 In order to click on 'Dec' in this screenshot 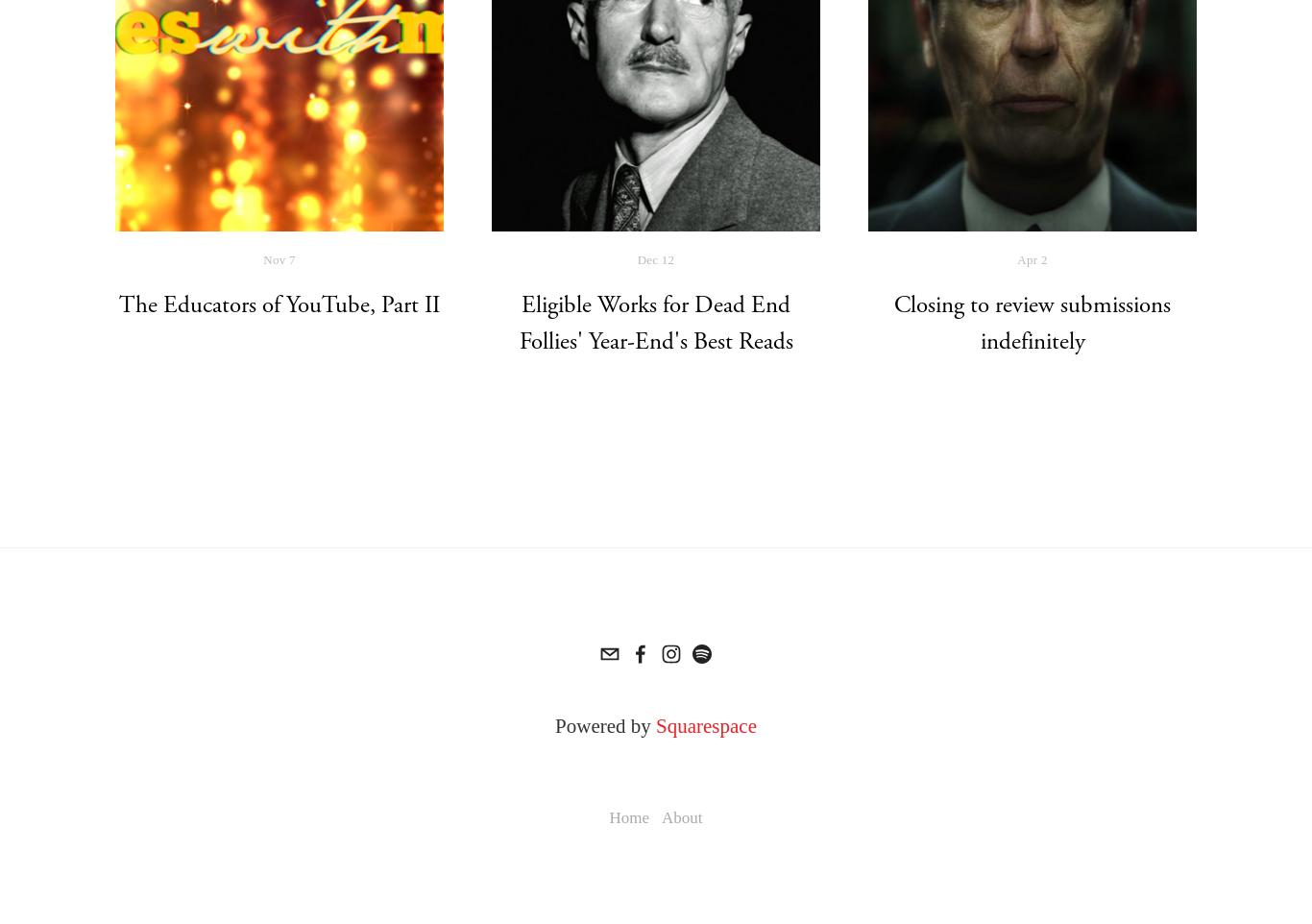, I will do `click(636, 258)`.